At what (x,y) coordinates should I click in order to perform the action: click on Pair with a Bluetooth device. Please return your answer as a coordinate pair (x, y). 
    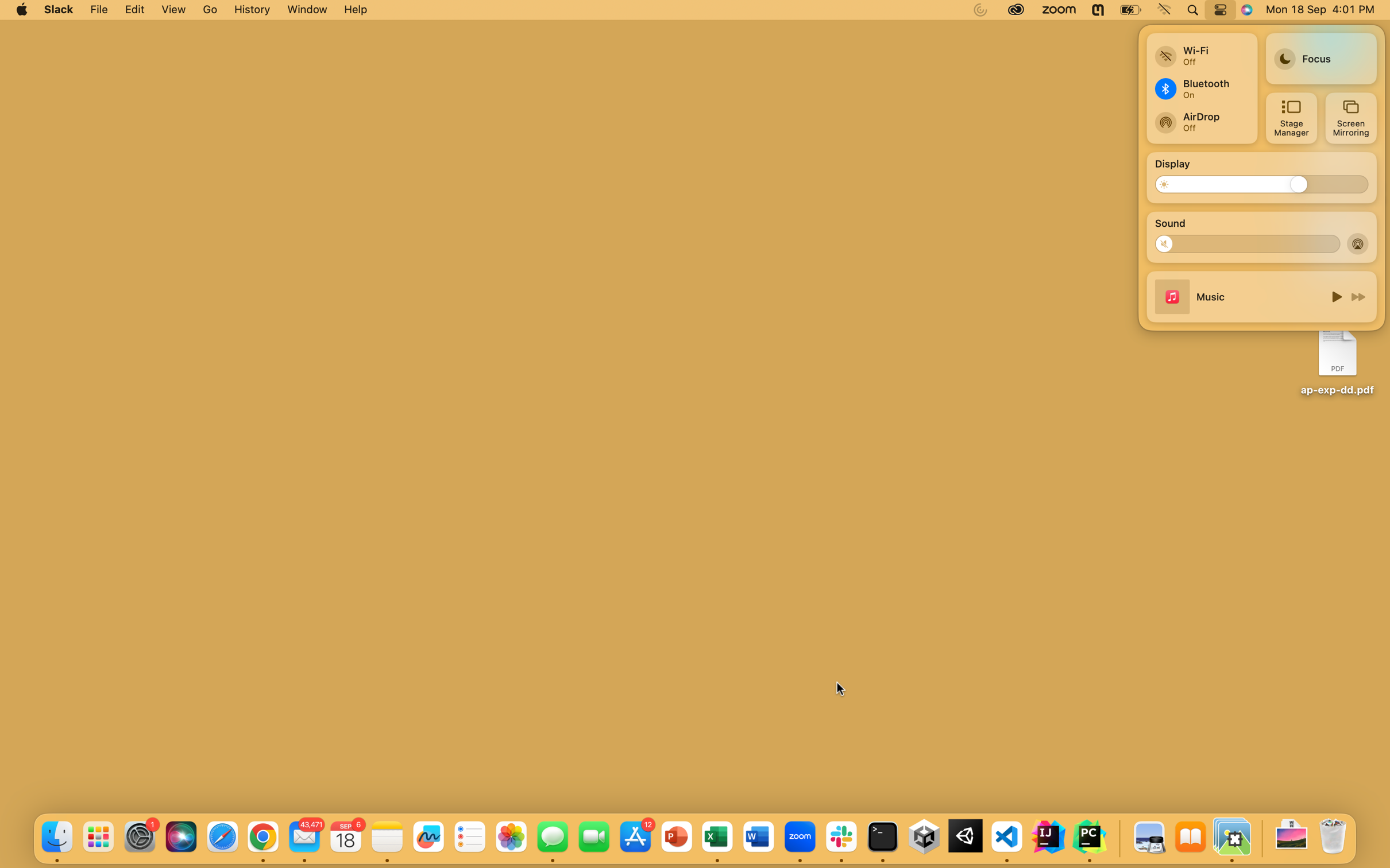
    Looking at the image, I should click on (1200, 88).